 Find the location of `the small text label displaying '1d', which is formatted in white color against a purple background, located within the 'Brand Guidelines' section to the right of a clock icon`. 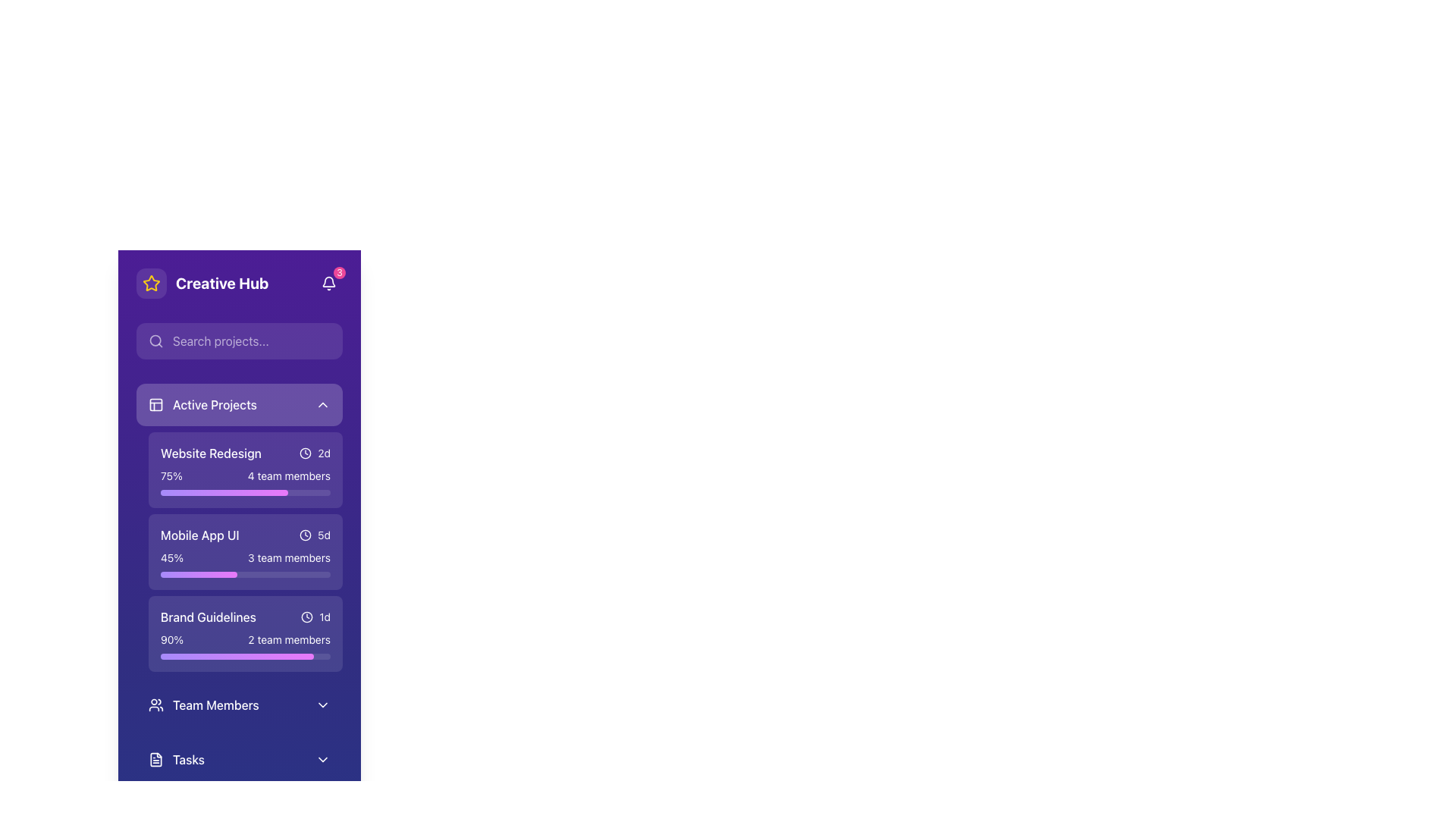

the small text label displaying '1d', which is formatted in white color against a purple background, located within the 'Brand Guidelines' section to the right of a clock icon is located at coordinates (324, 617).